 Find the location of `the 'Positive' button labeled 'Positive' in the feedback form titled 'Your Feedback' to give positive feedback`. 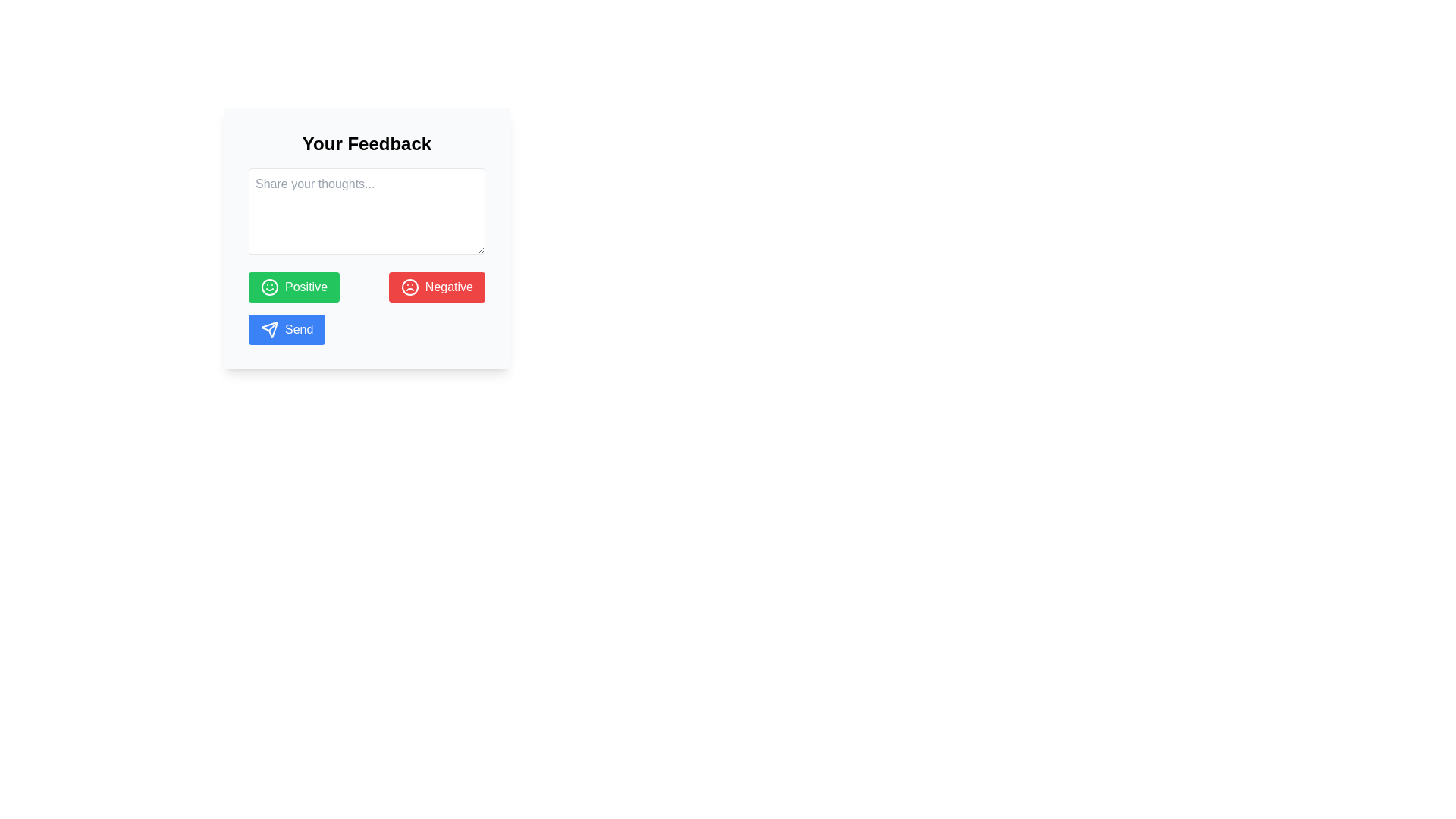

the 'Positive' button labeled 'Positive' in the feedback form titled 'Your Feedback' to give positive feedback is located at coordinates (367, 287).